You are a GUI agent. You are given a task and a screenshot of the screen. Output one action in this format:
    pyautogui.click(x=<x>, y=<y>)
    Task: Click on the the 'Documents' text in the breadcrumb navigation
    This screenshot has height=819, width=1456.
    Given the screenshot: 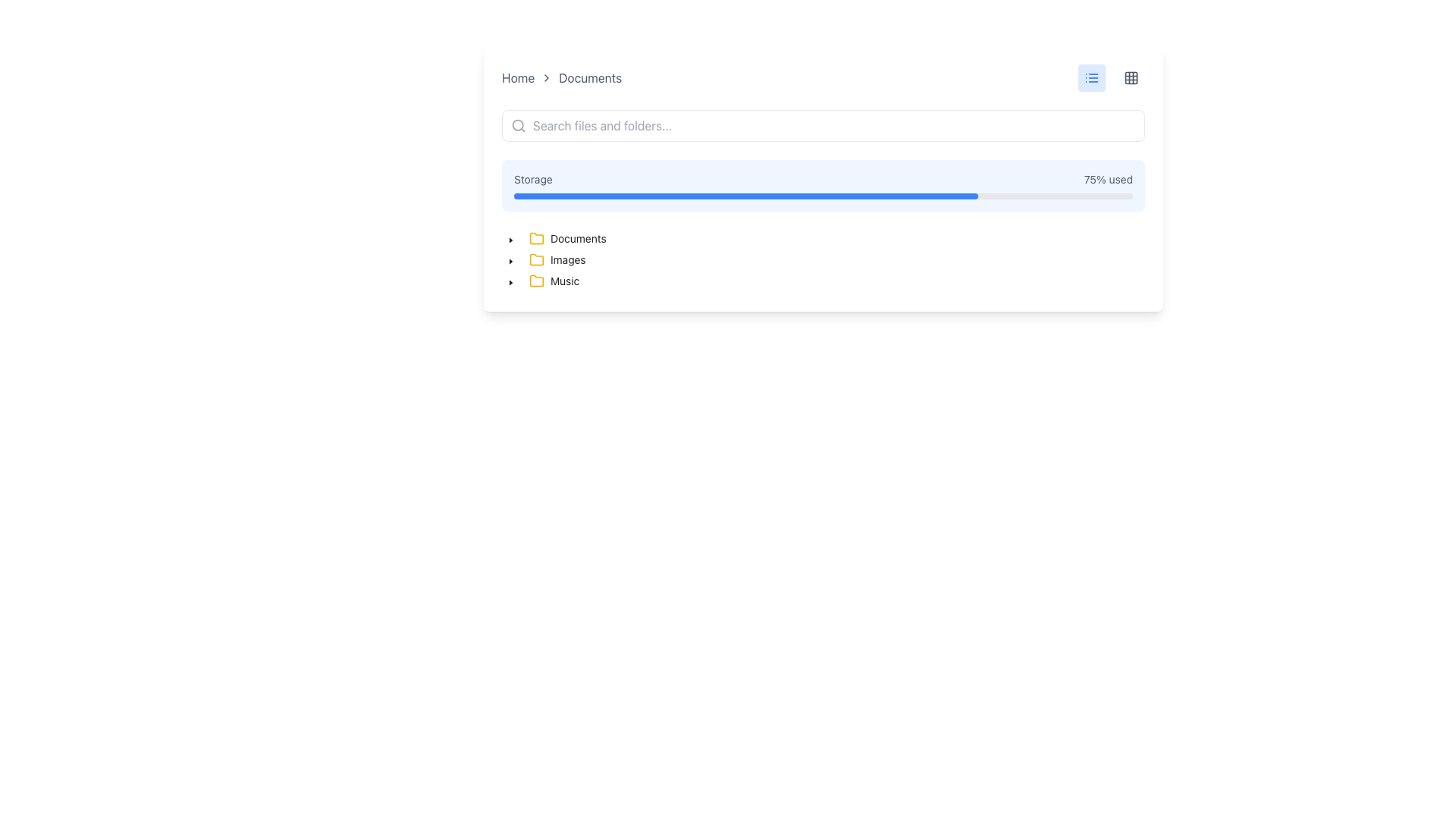 What is the action you would take?
    pyautogui.click(x=589, y=78)
    